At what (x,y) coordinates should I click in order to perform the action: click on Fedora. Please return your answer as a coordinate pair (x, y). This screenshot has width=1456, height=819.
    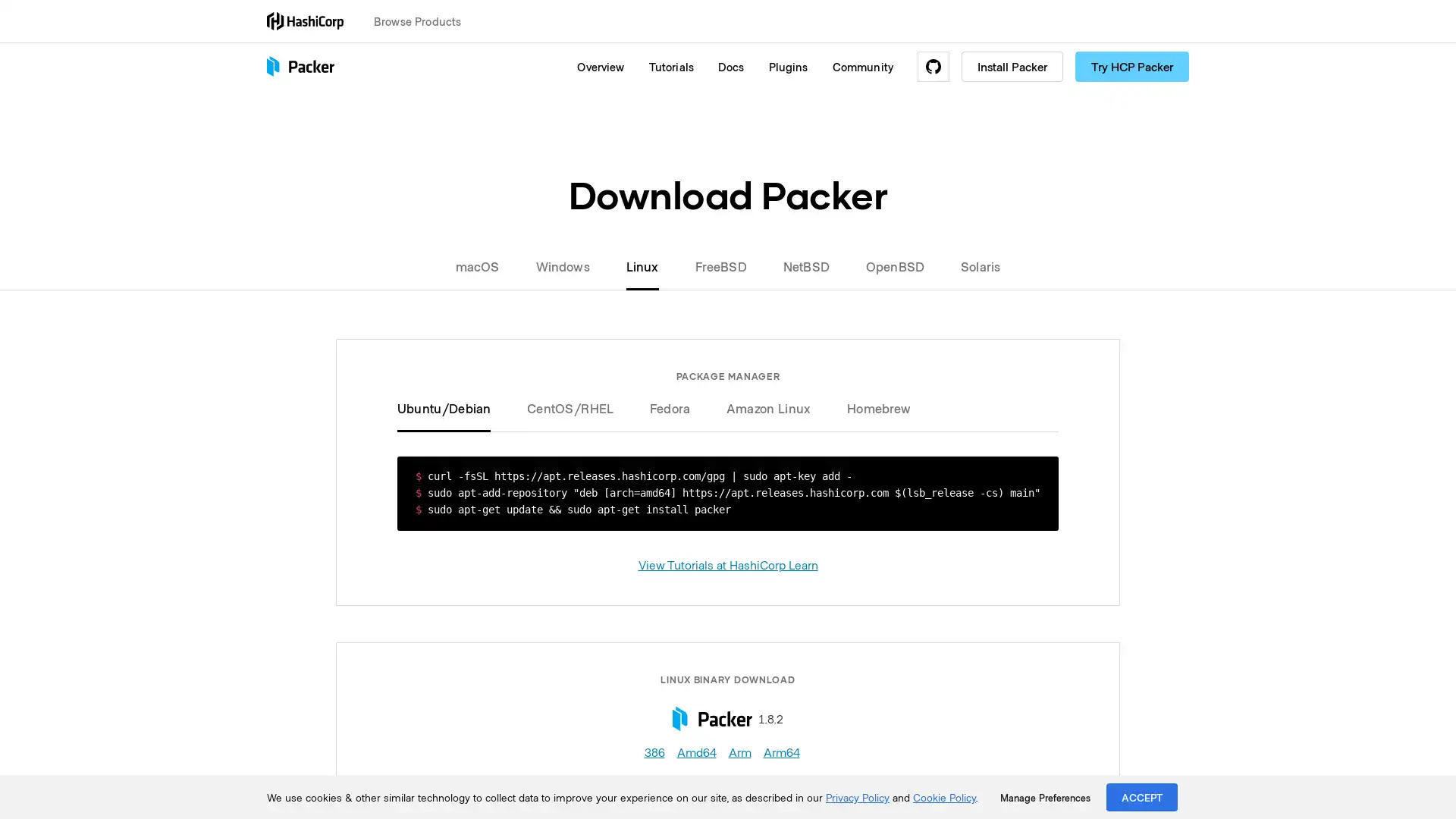
    Looking at the image, I should click on (669, 406).